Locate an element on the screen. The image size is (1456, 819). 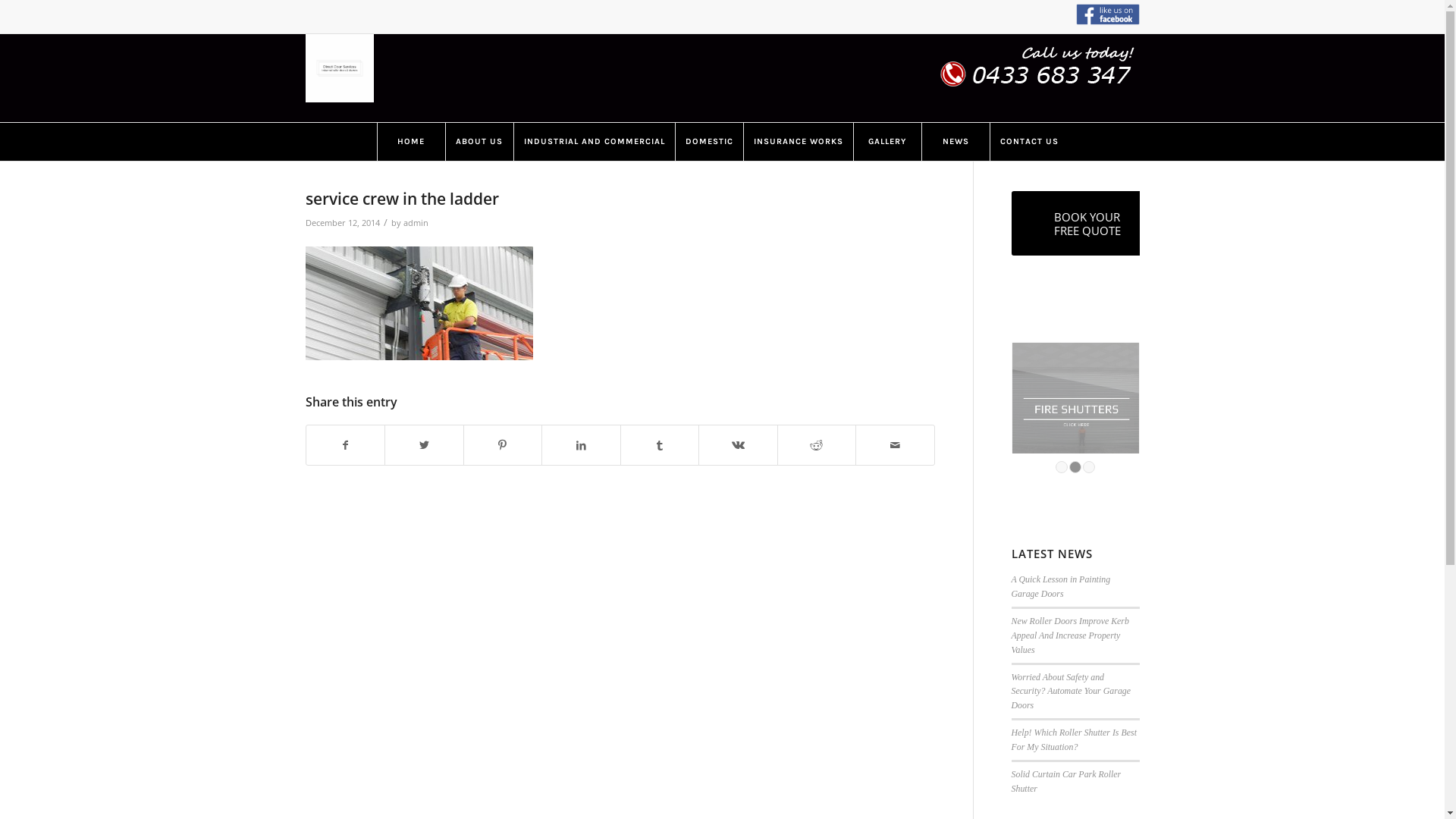
'Help! Which Roller Shutter Is Best For My Situation?' is located at coordinates (1073, 739).